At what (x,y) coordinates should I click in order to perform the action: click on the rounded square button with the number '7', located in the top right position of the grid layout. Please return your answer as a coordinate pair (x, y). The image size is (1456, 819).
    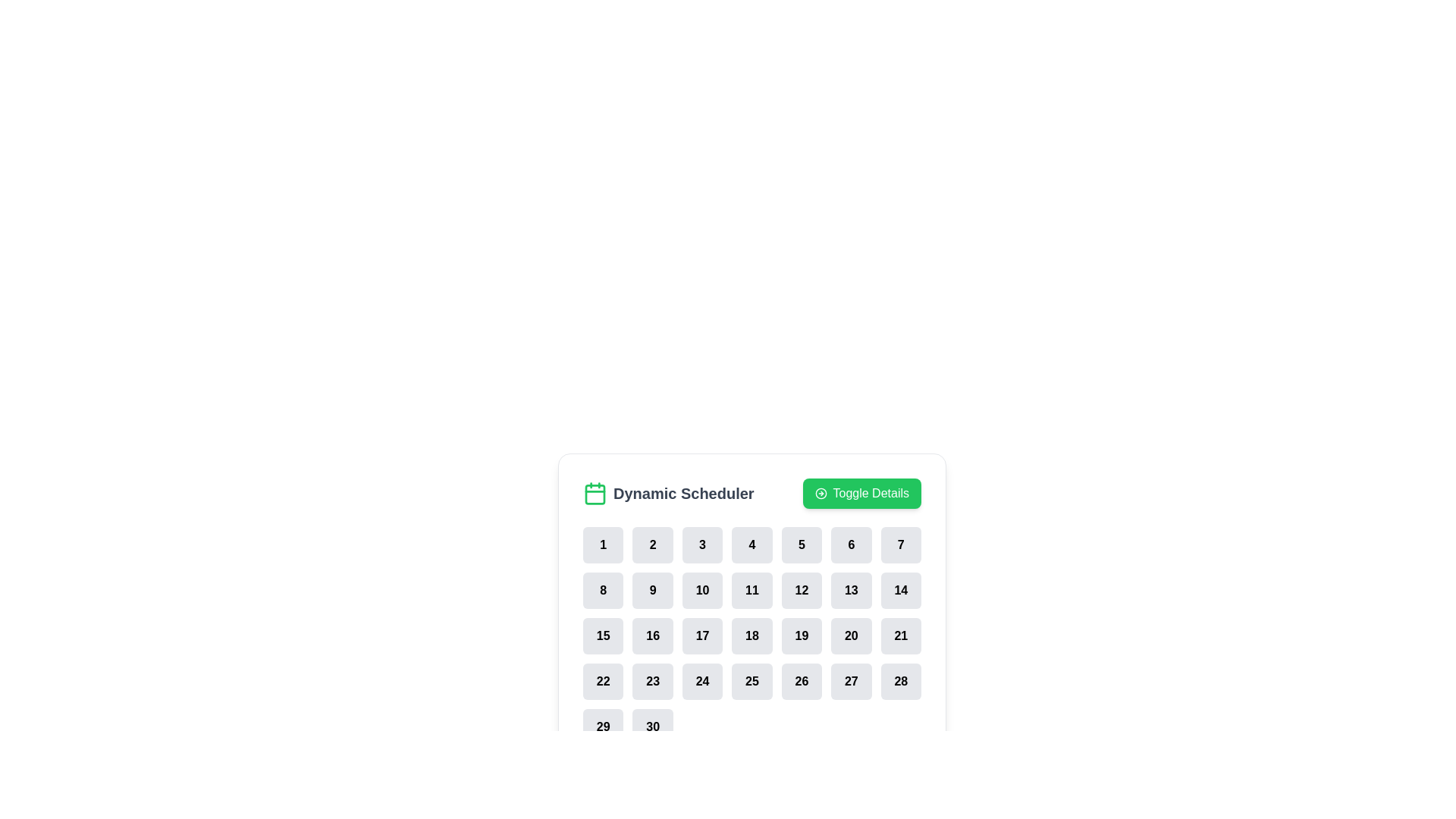
    Looking at the image, I should click on (901, 544).